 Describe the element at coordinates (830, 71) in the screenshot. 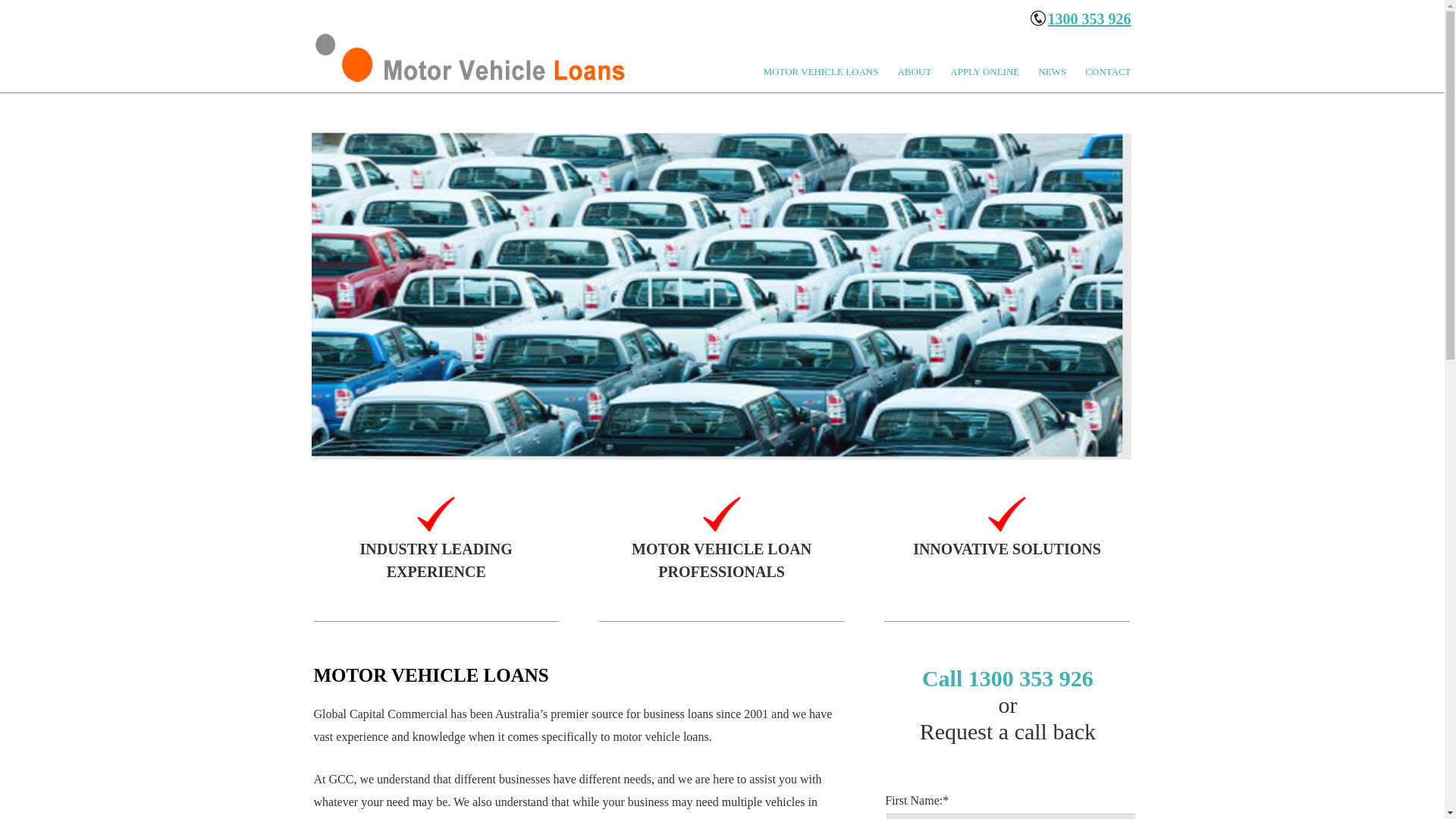

I see `'MOTOR VEHICLE LOANS'` at that location.